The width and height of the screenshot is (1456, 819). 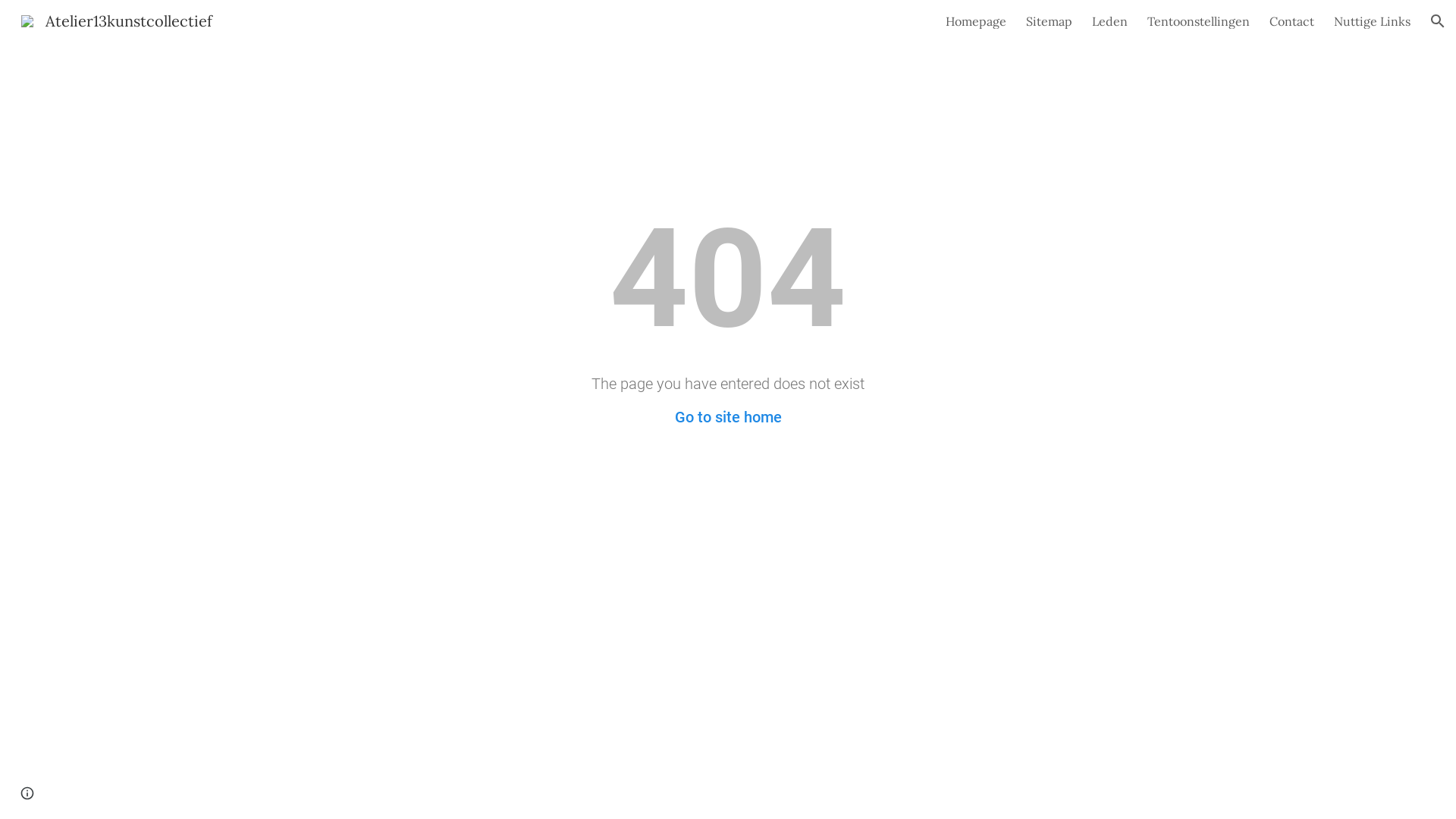 What do you see at coordinates (1291, 20) in the screenshot?
I see `'Contact'` at bounding box center [1291, 20].